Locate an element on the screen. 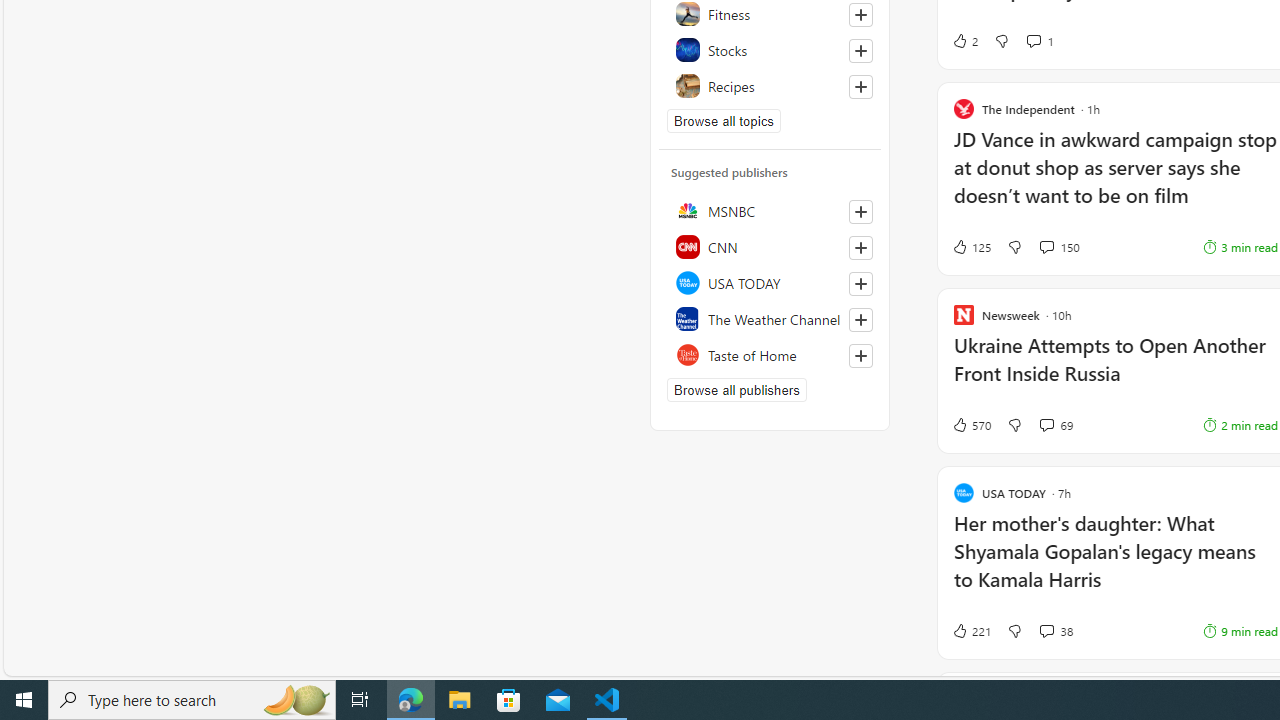  'Browse all publishers' is located at coordinates (735, 389).